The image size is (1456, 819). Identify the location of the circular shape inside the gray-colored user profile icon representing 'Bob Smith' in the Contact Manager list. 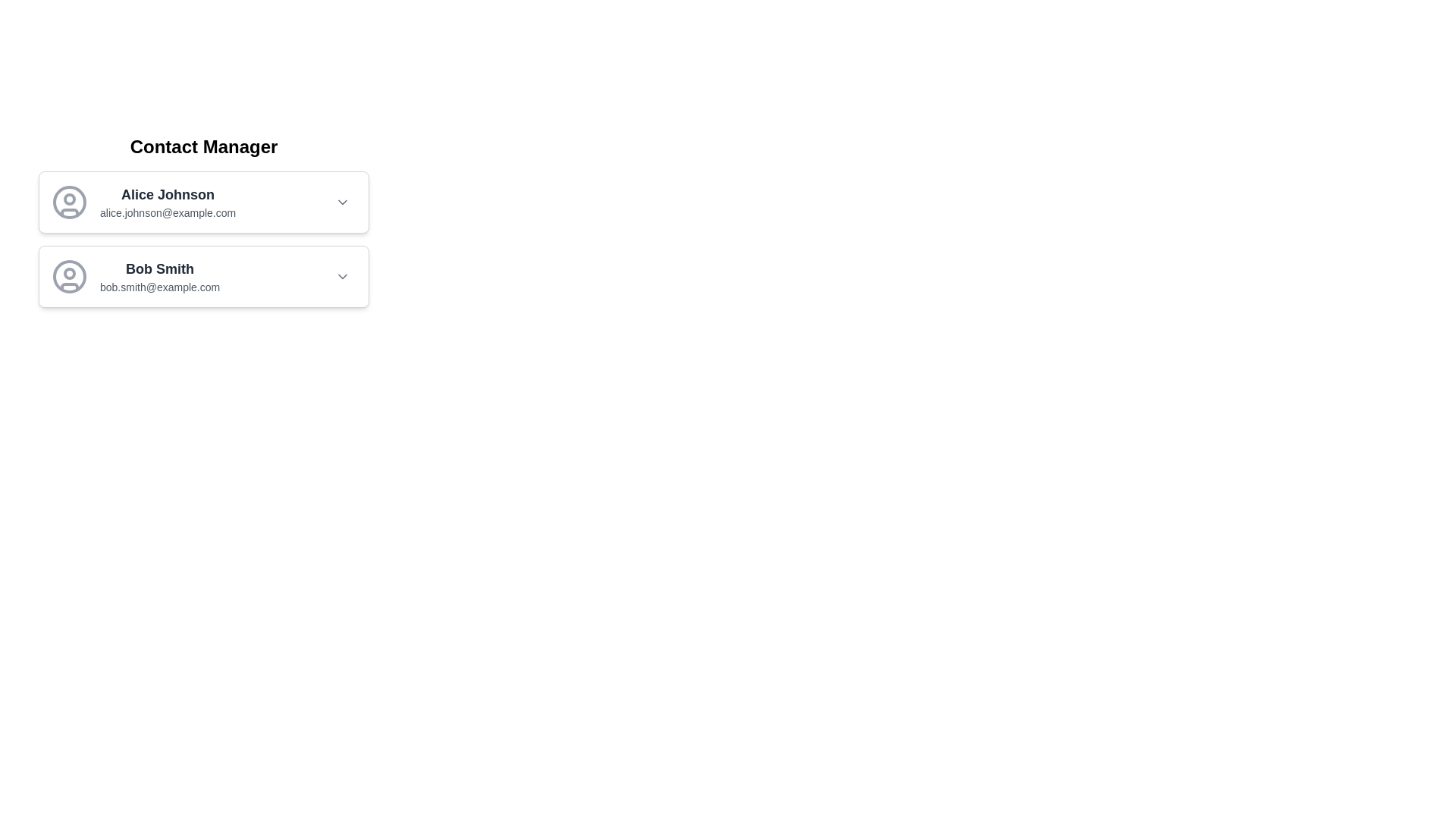
(68, 277).